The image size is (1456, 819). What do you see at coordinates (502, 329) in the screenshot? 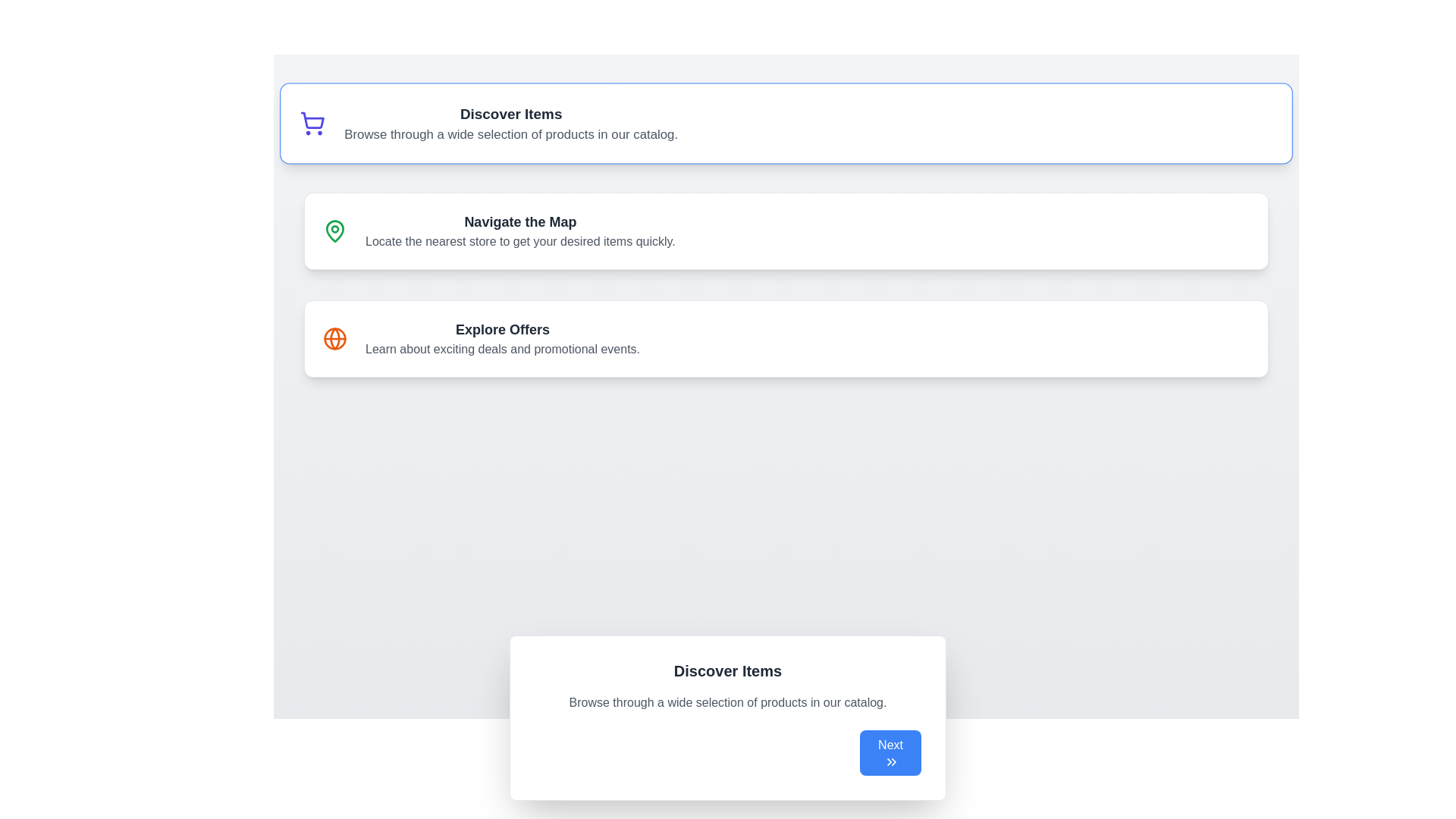
I see `the 'Explore Offers' text label, which is styled in bold and large font, located in the third row of a vertically stacked list of sections, directly above the description text 'Learn about exciting deals and promotional events.'` at bounding box center [502, 329].